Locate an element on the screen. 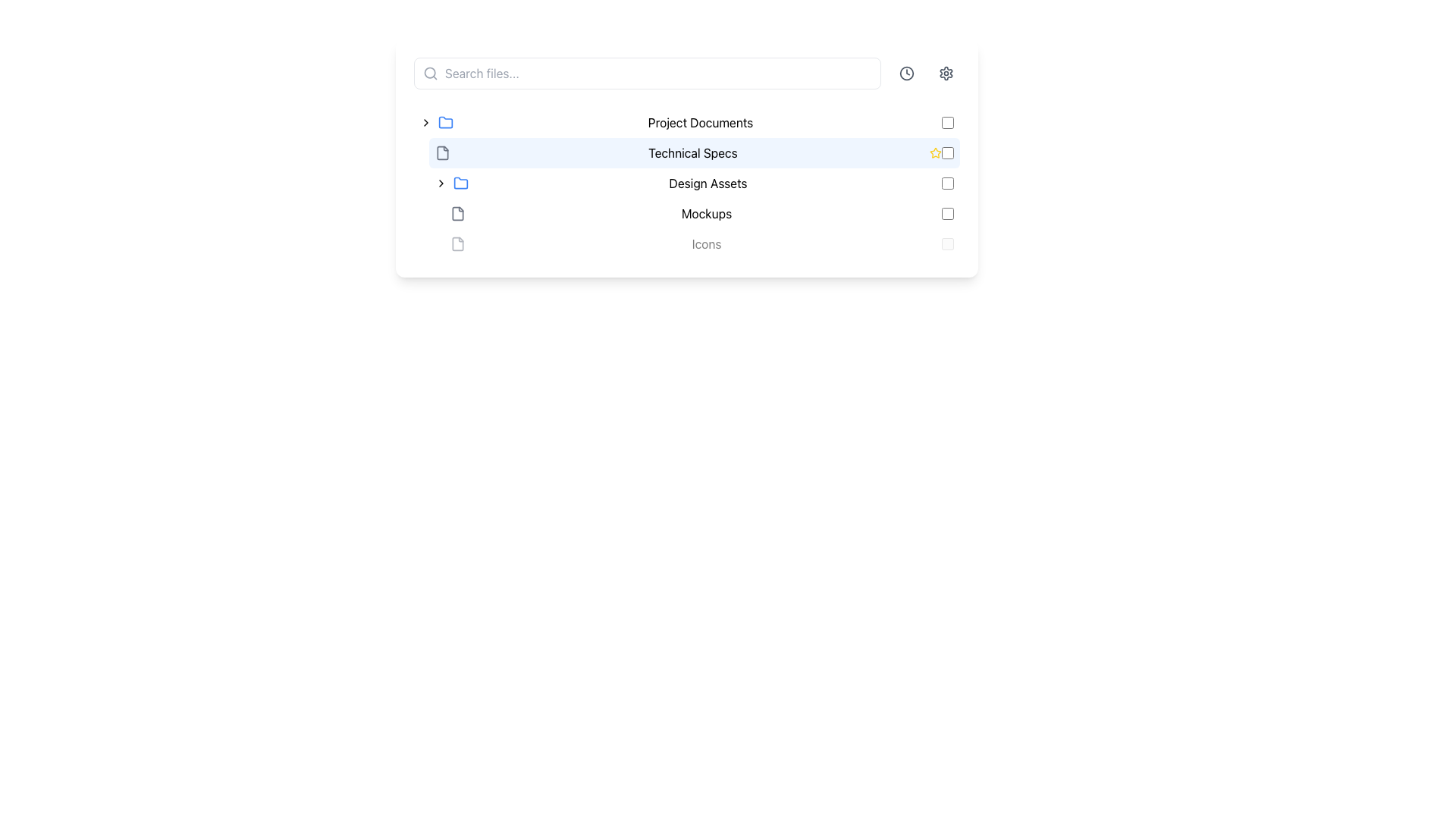  the gray clock icon located in the header area of the UI, which is adjacent to the gear icon and positioned to the right of the search bar is located at coordinates (906, 73).